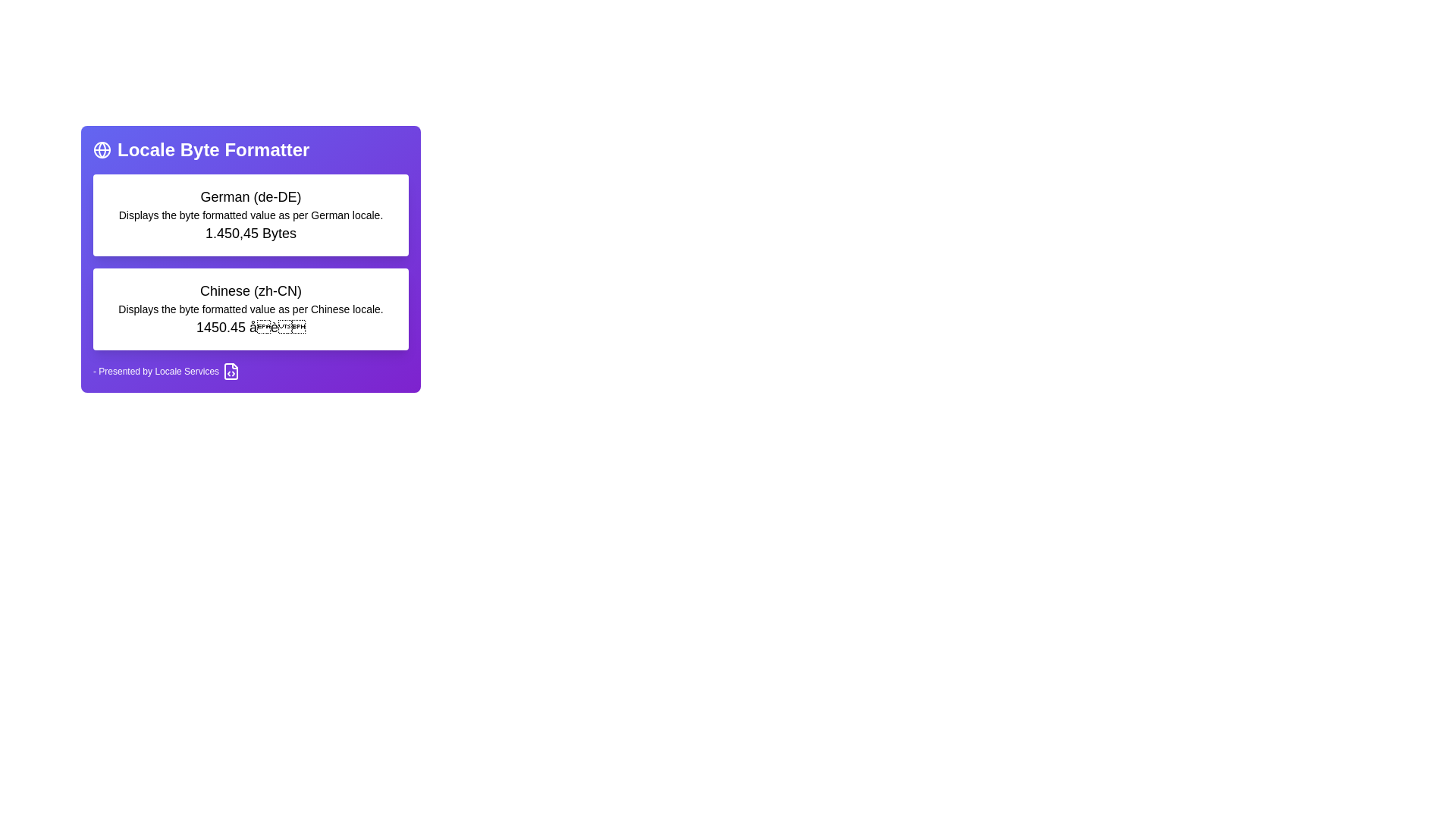 The image size is (1456, 819). Describe the element at coordinates (101, 149) in the screenshot. I see `the narrow, curved line representing a semi-elliptical shape within the globe icon on the purple card titled 'Locale Byte Formatter'` at that location.